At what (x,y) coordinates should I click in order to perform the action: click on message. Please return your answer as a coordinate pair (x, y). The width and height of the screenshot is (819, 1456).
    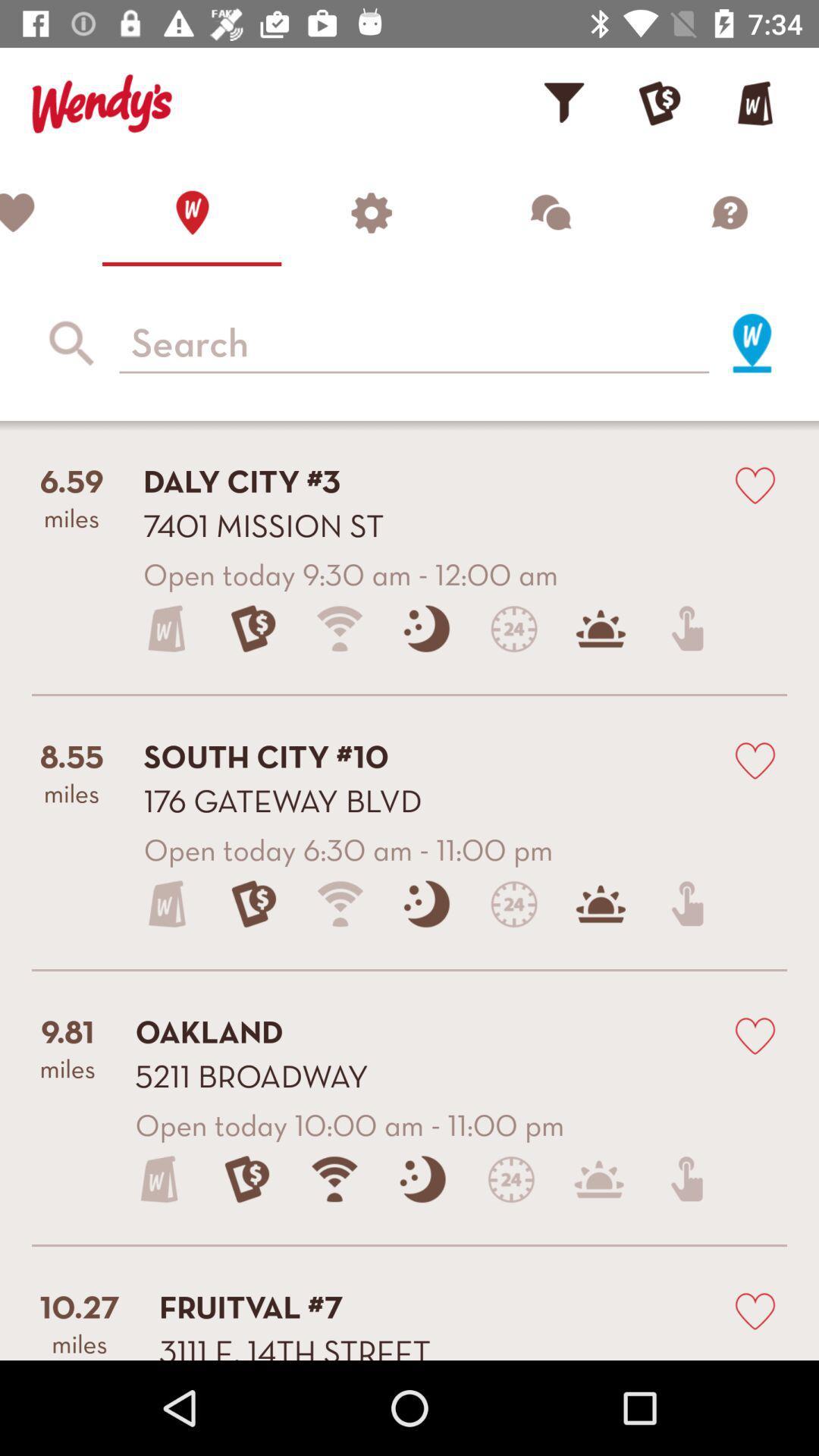
    Looking at the image, I should click on (550, 212).